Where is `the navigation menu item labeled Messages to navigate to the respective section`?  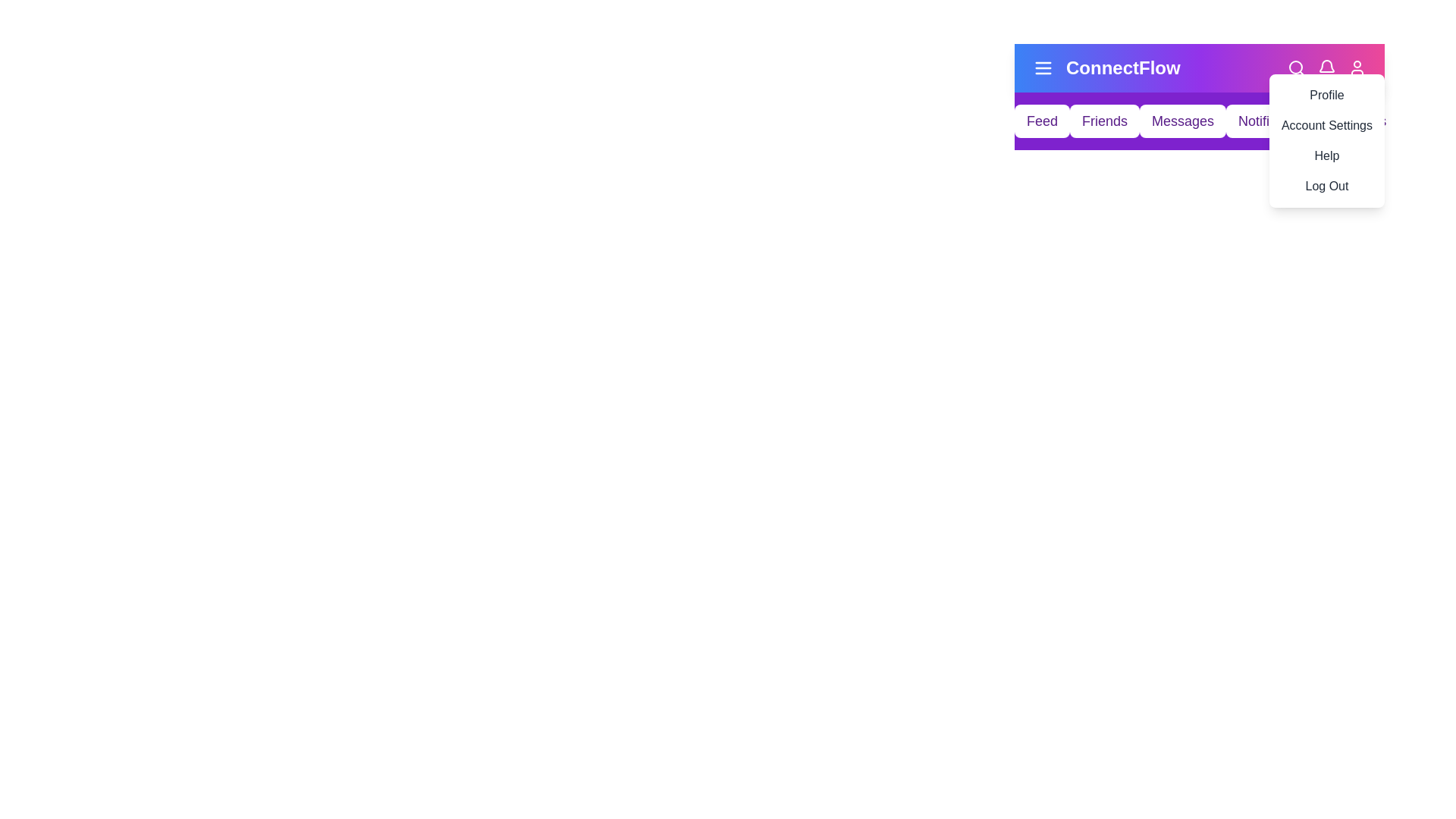
the navigation menu item labeled Messages to navigate to the respective section is located at coordinates (1182, 120).